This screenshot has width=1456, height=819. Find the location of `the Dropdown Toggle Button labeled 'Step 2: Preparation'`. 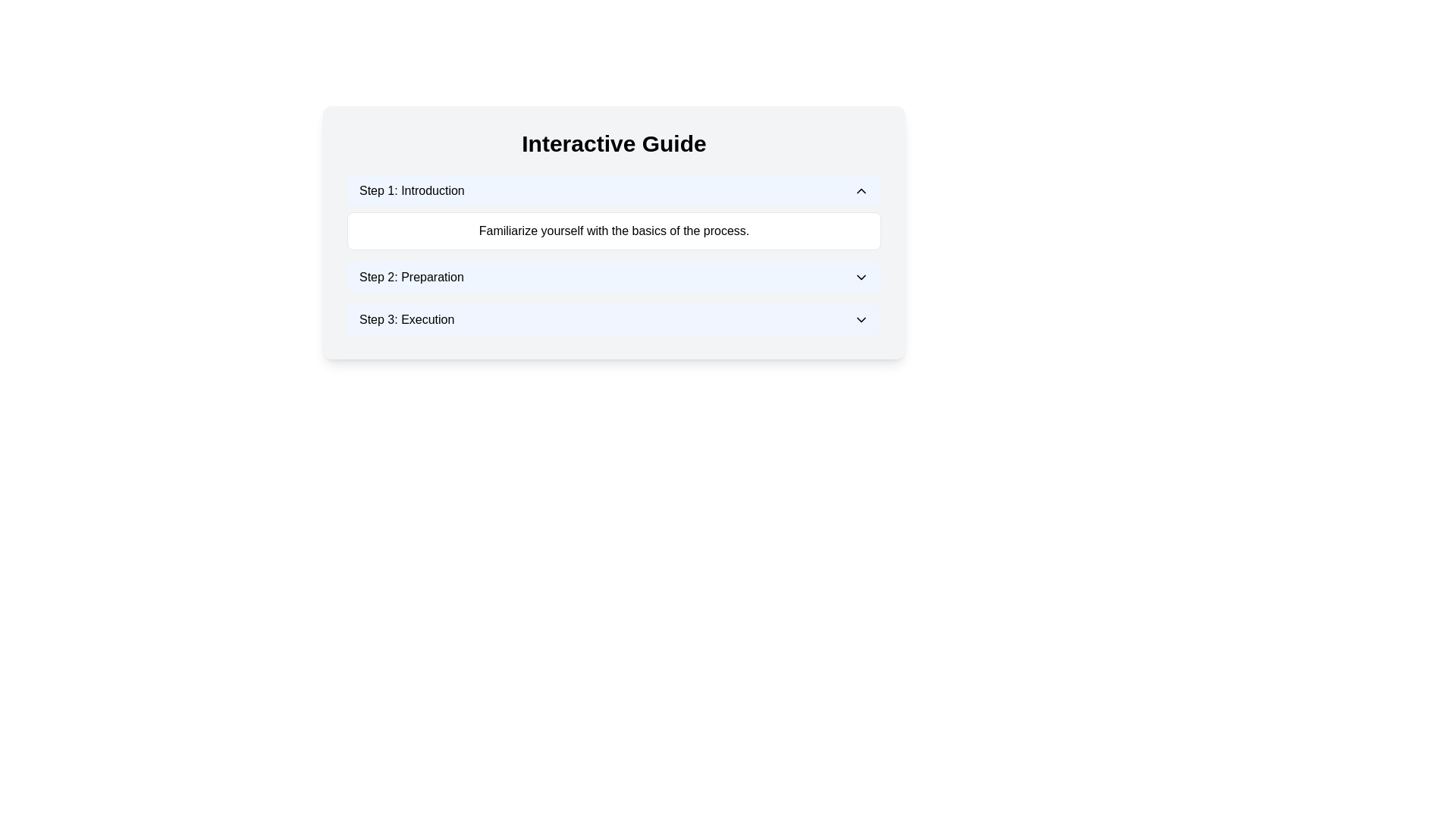

the Dropdown Toggle Button labeled 'Step 2: Preparation' is located at coordinates (614, 278).